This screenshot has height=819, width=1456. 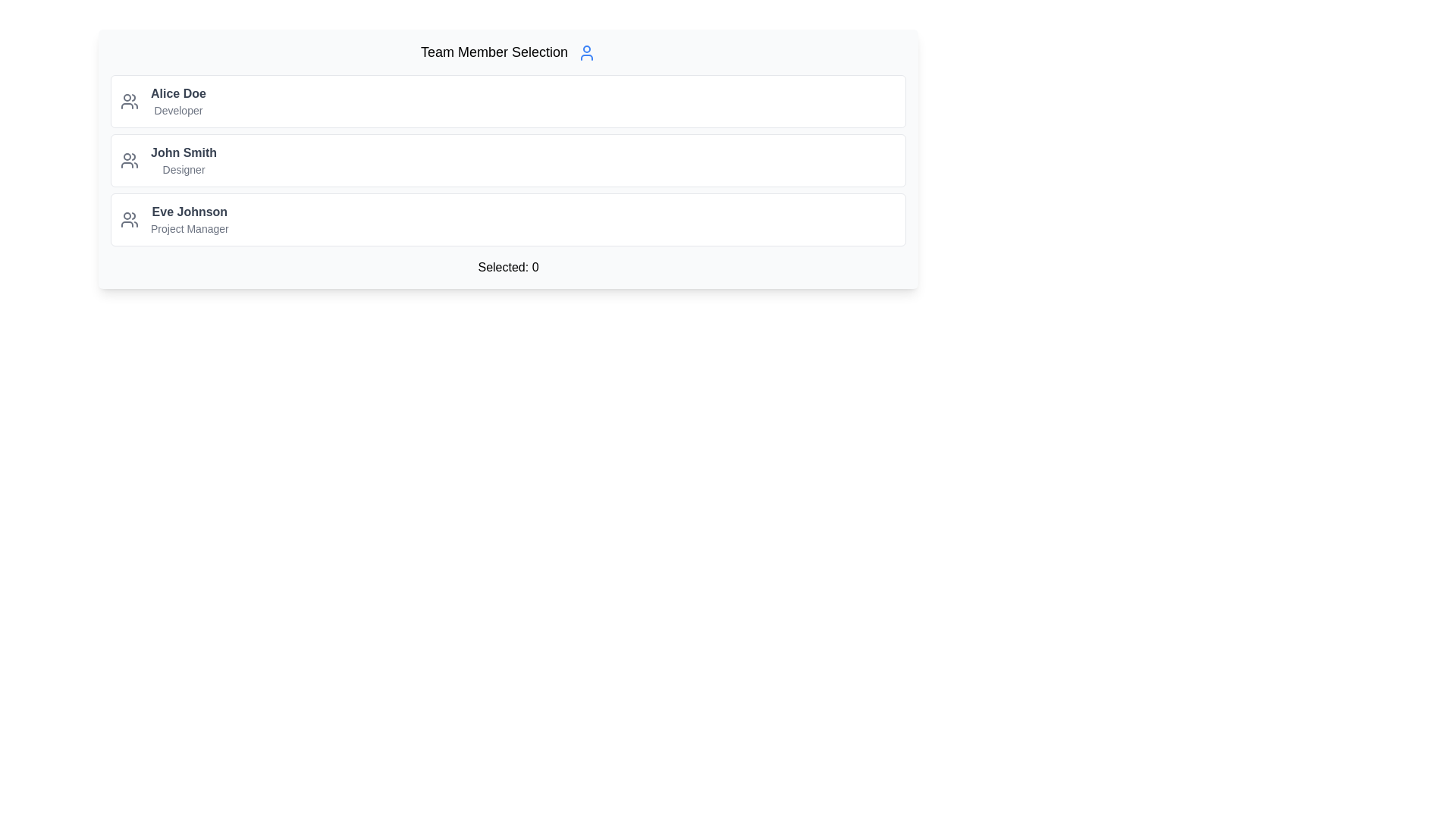 What do you see at coordinates (508, 267) in the screenshot?
I see `the text label displaying 'Selected: 0', which is centered at the bottom of the 'Team Member Selection' card` at bounding box center [508, 267].